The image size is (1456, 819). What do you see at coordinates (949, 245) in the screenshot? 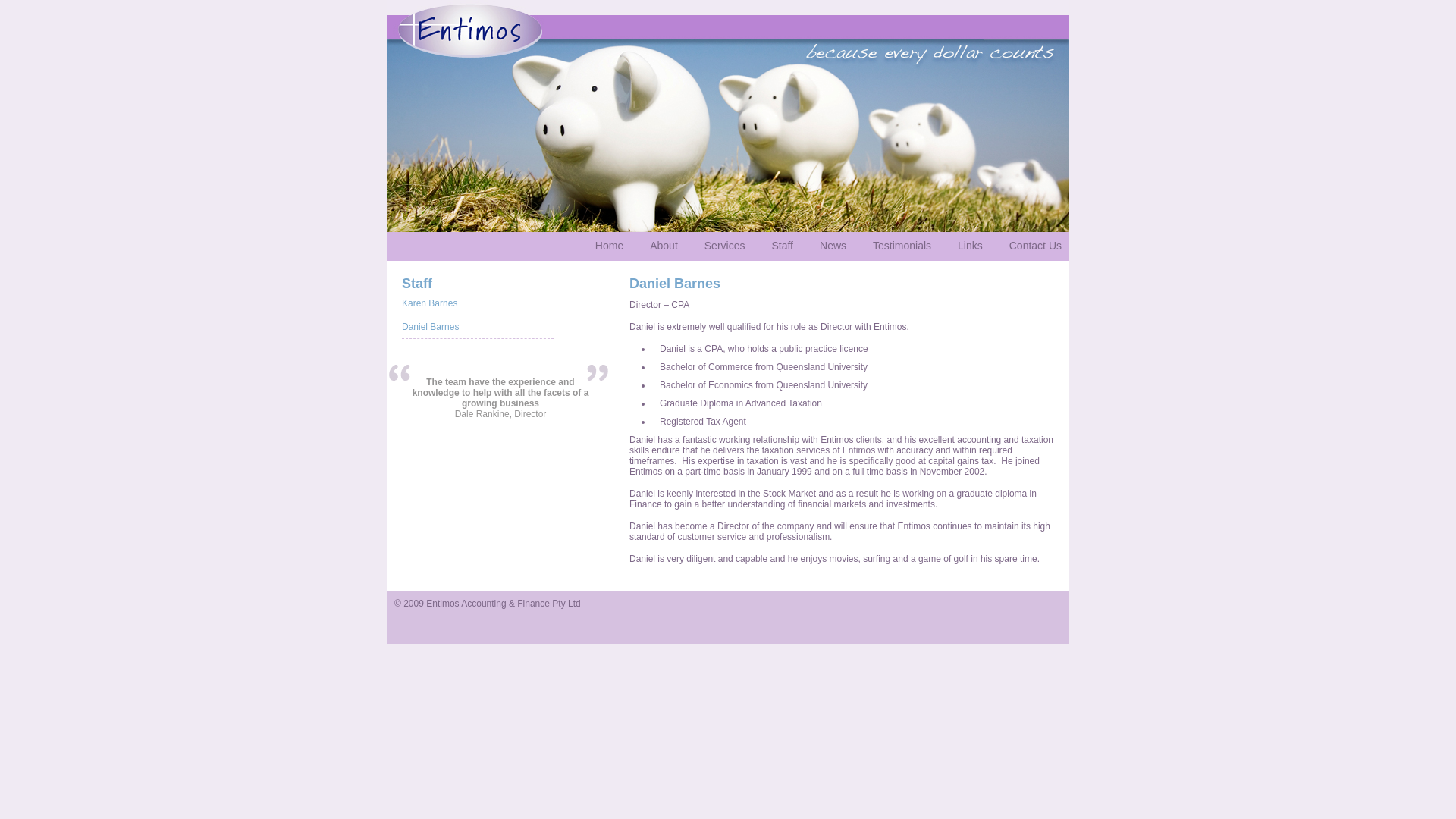
I see `'Links'` at bounding box center [949, 245].